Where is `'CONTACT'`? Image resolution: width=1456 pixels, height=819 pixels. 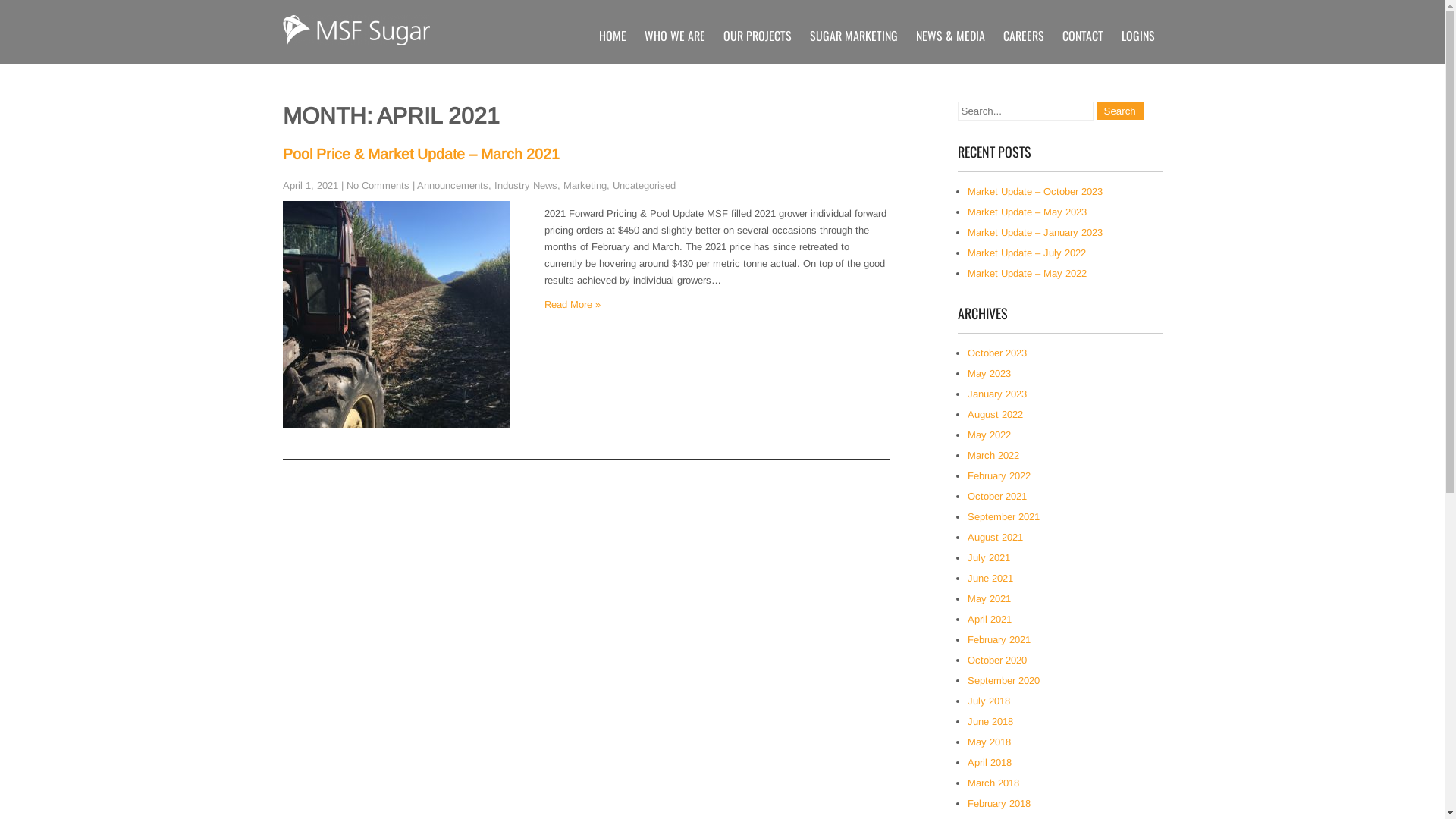 'CONTACT' is located at coordinates (1081, 34).